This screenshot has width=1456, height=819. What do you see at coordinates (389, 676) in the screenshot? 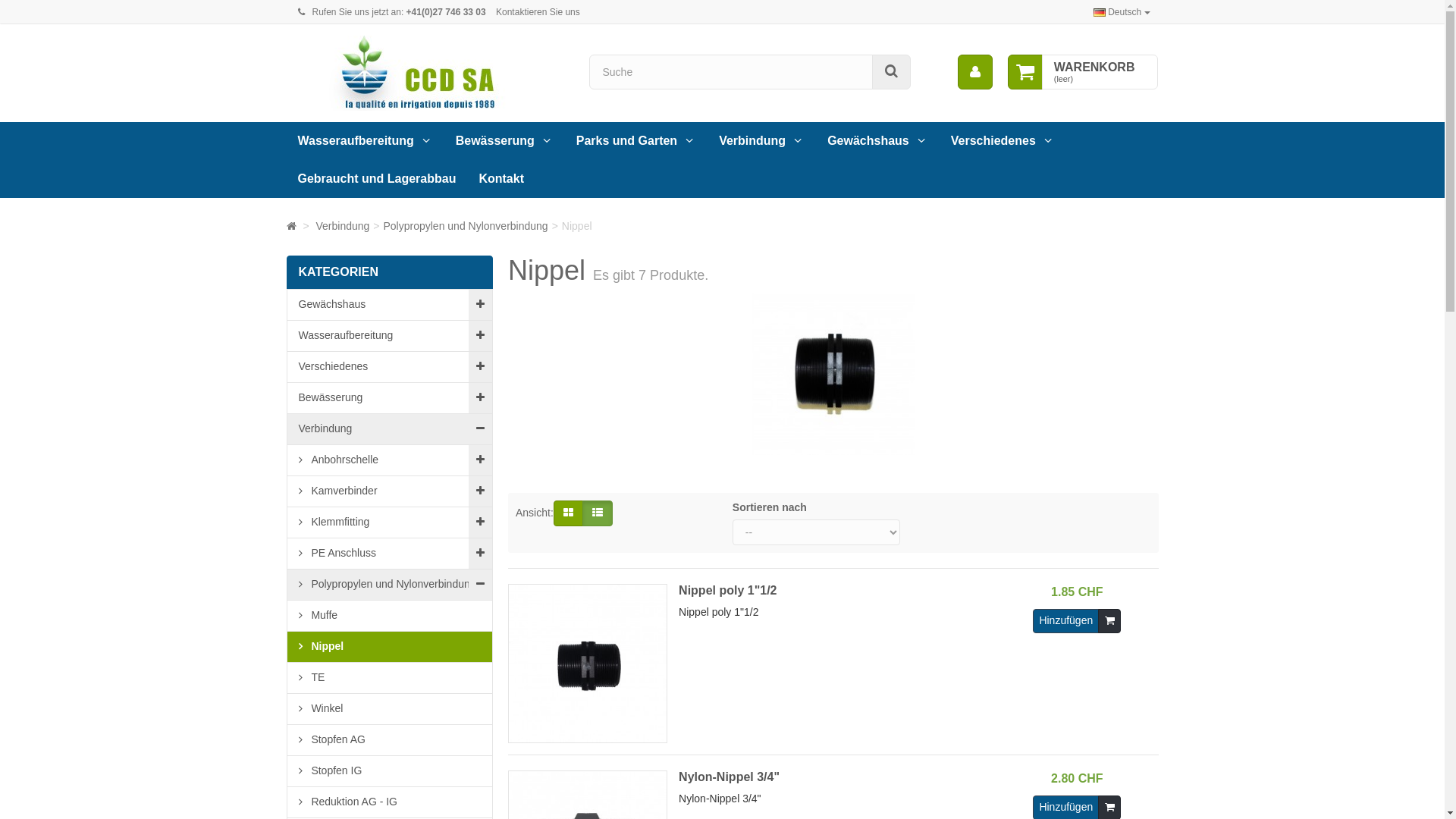
I see `'TE'` at bounding box center [389, 676].